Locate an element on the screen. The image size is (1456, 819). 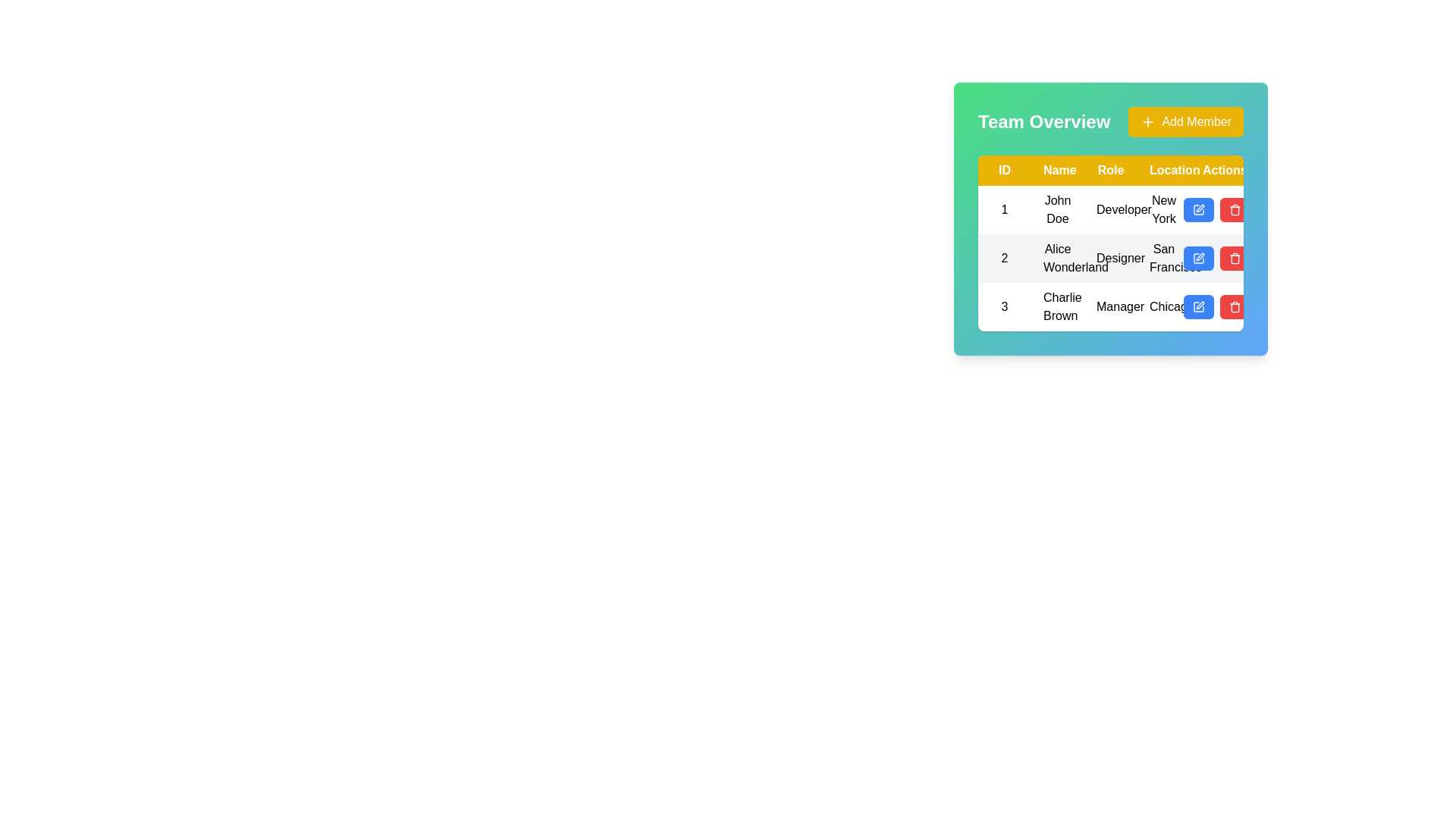
the small blue square button with a white pen icon in the 'Actions' column, adjacent to 'John Doe' is located at coordinates (1197, 210).